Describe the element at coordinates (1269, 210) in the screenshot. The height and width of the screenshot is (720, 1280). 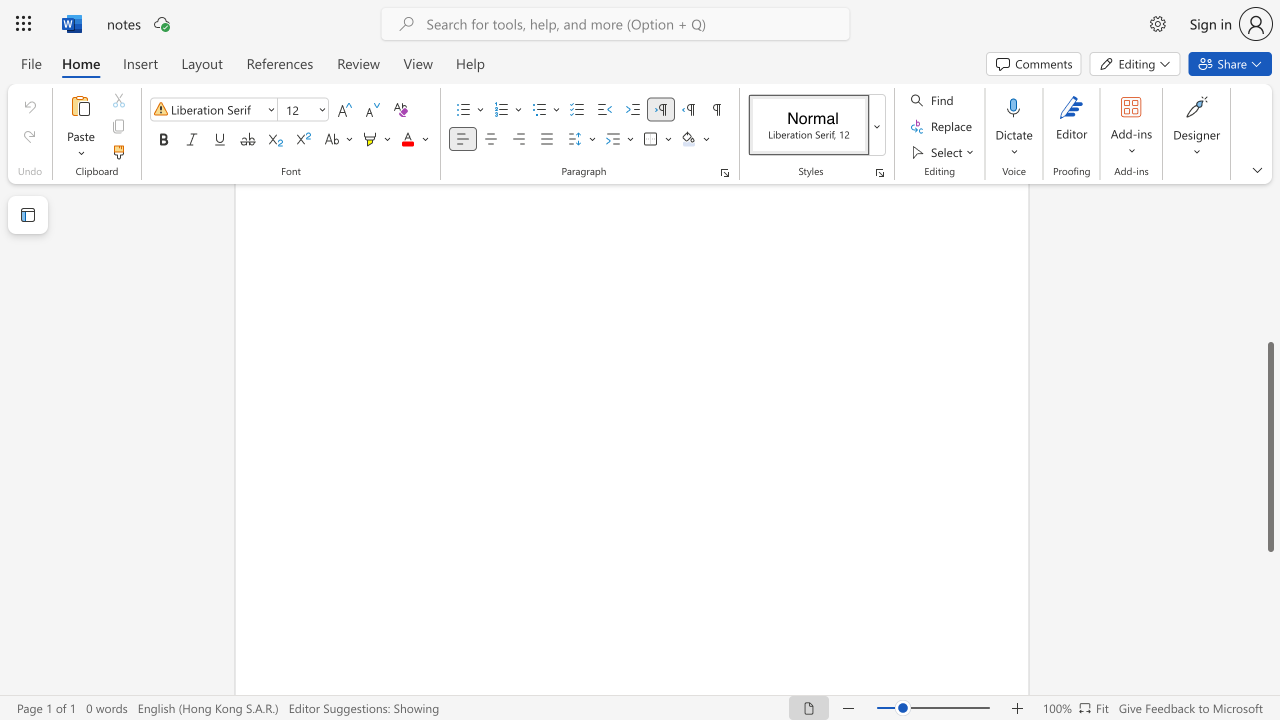
I see `the scrollbar` at that location.